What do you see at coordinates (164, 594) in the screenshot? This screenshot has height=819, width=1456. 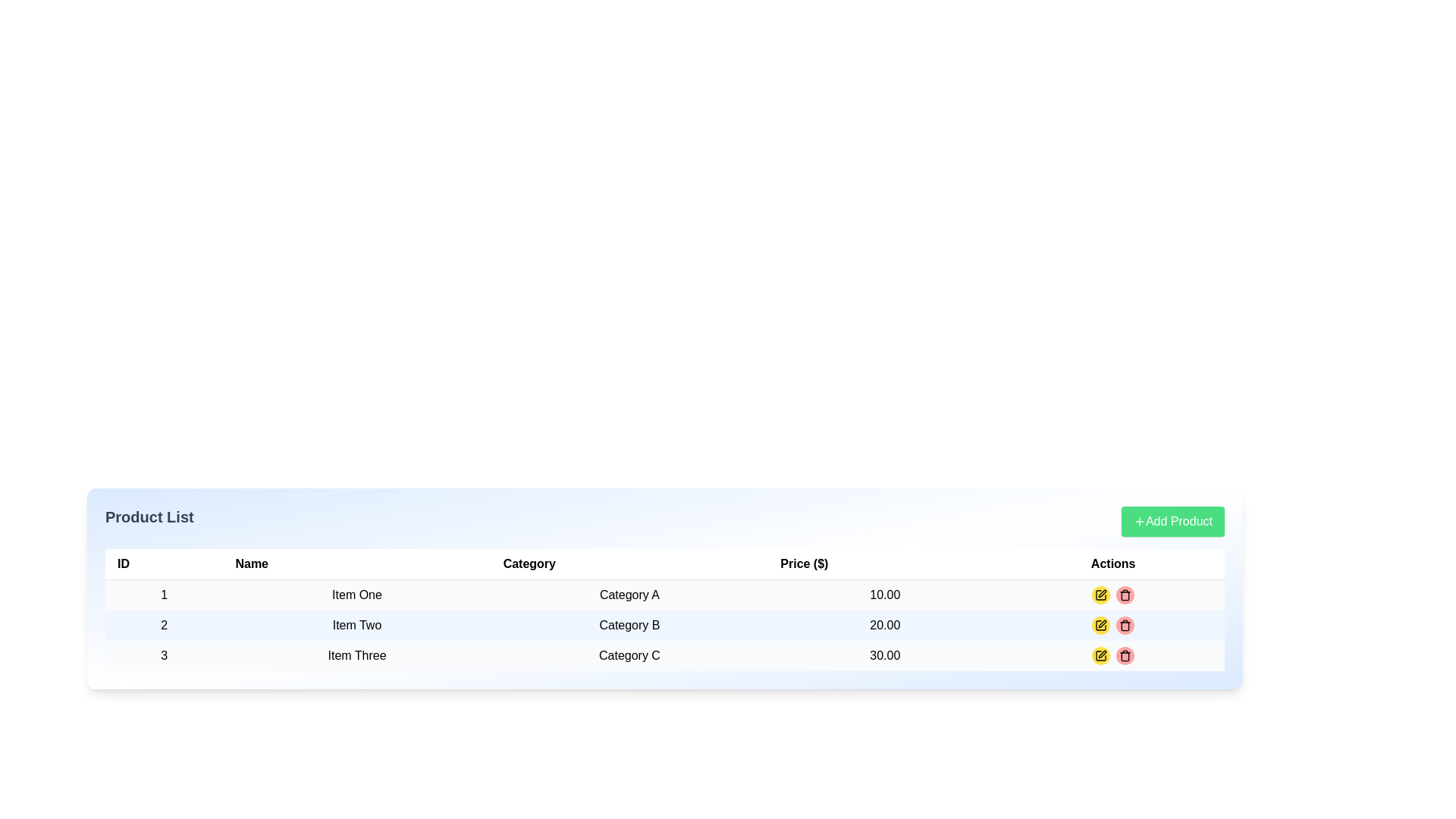 I see `the text element displaying '1' in the 'ID' column of the table, aligned with the row labeled 'Item One'` at bounding box center [164, 594].